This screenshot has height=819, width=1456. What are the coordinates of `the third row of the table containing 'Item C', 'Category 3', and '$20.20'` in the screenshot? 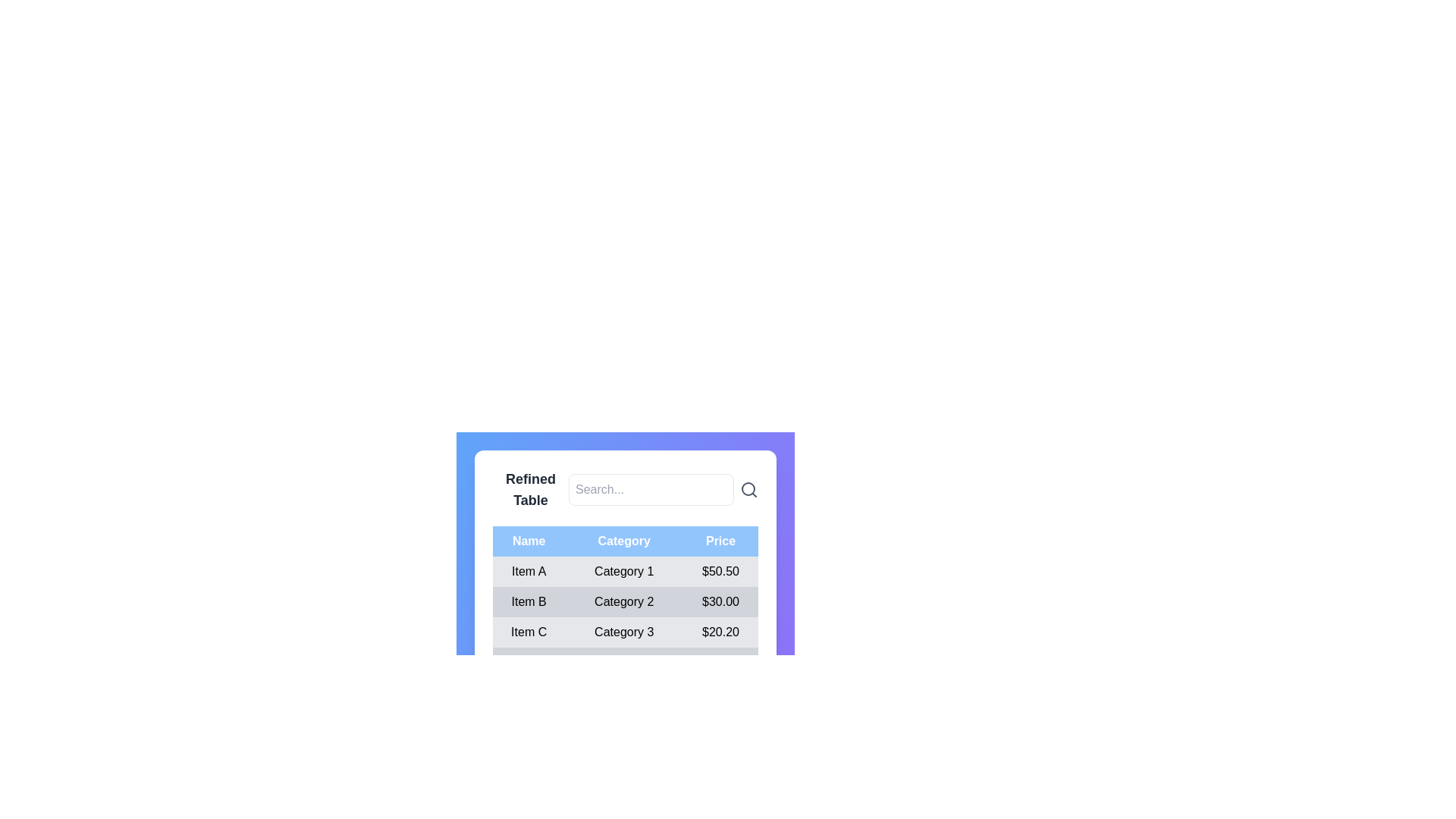 It's located at (626, 632).